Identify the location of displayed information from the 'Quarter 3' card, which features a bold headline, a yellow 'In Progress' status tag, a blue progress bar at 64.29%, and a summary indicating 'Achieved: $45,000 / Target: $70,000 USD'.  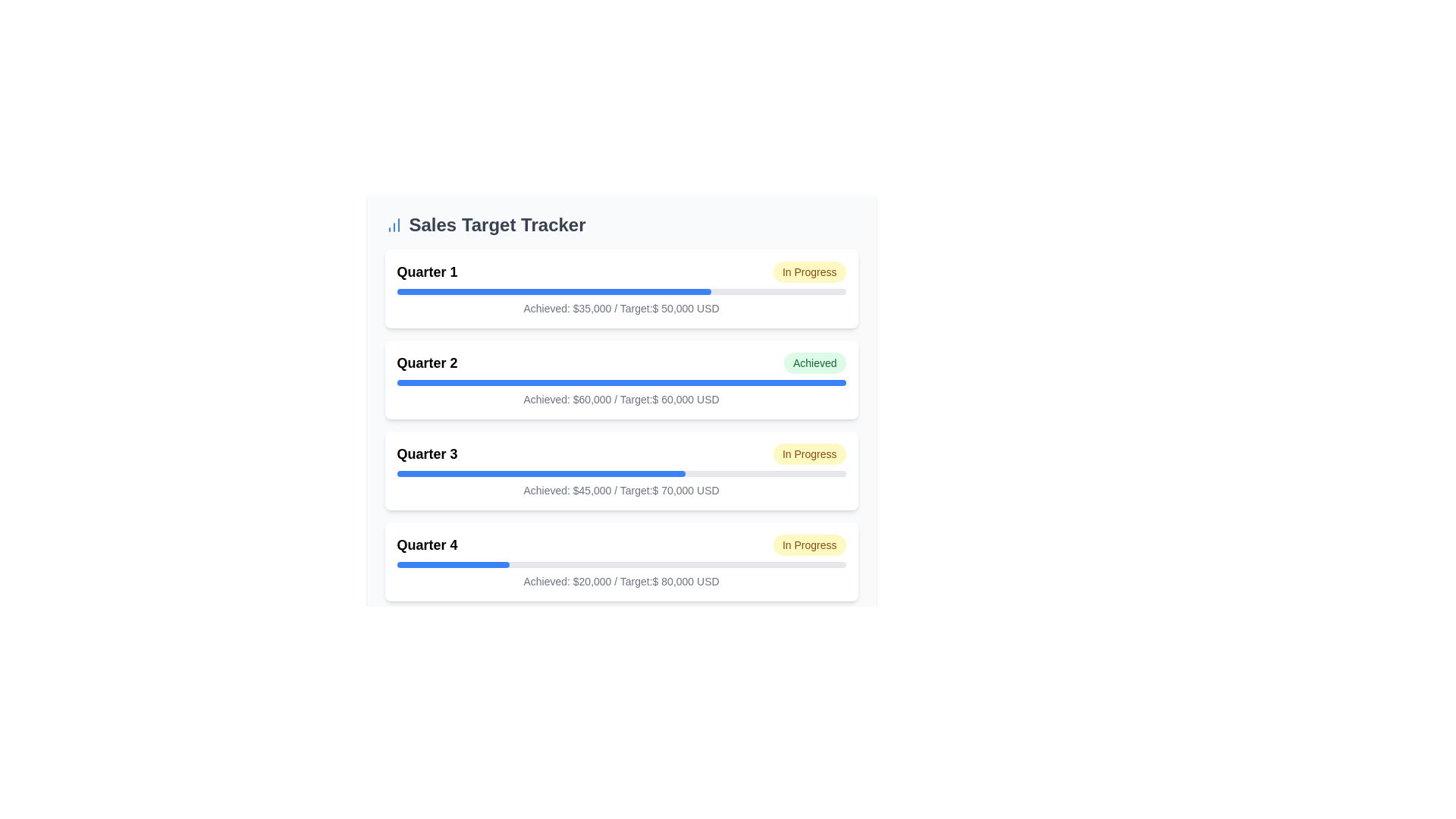
(621, 470).